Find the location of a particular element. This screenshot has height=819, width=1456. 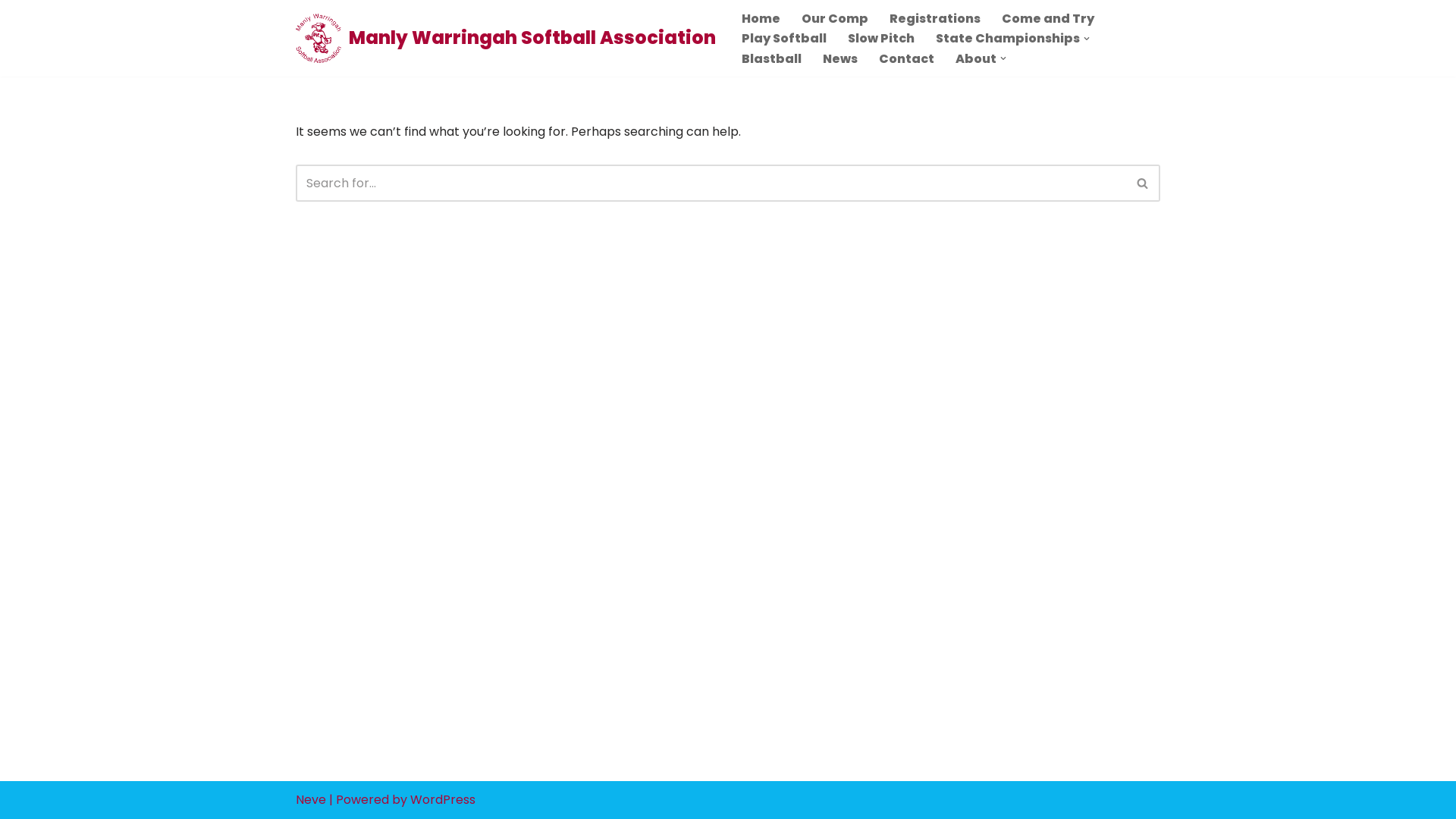

'Neve' is located at coordinates (295, 799).